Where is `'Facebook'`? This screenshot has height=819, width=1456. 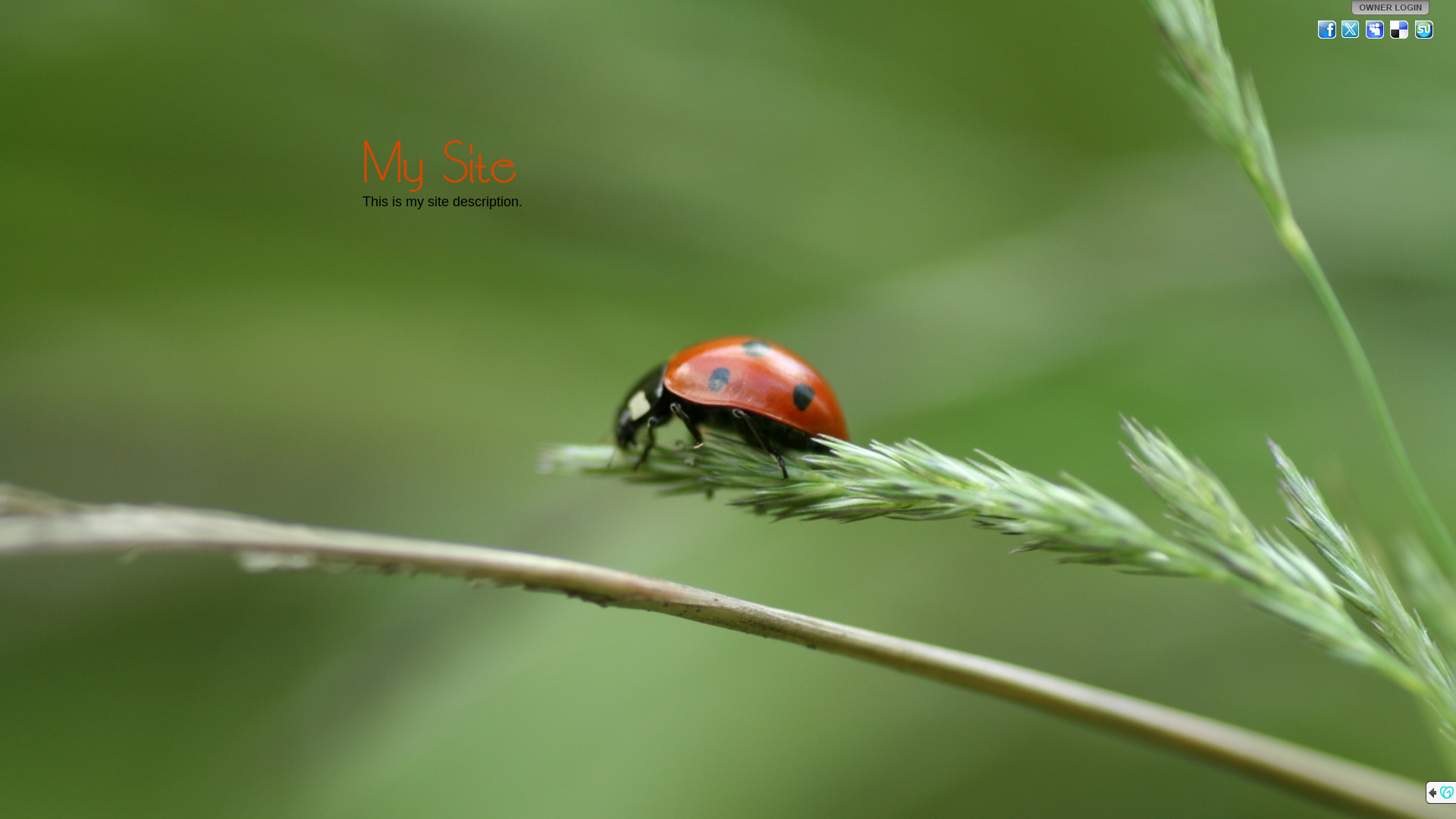 'Facebook' is located at coordinates (1326, 29).